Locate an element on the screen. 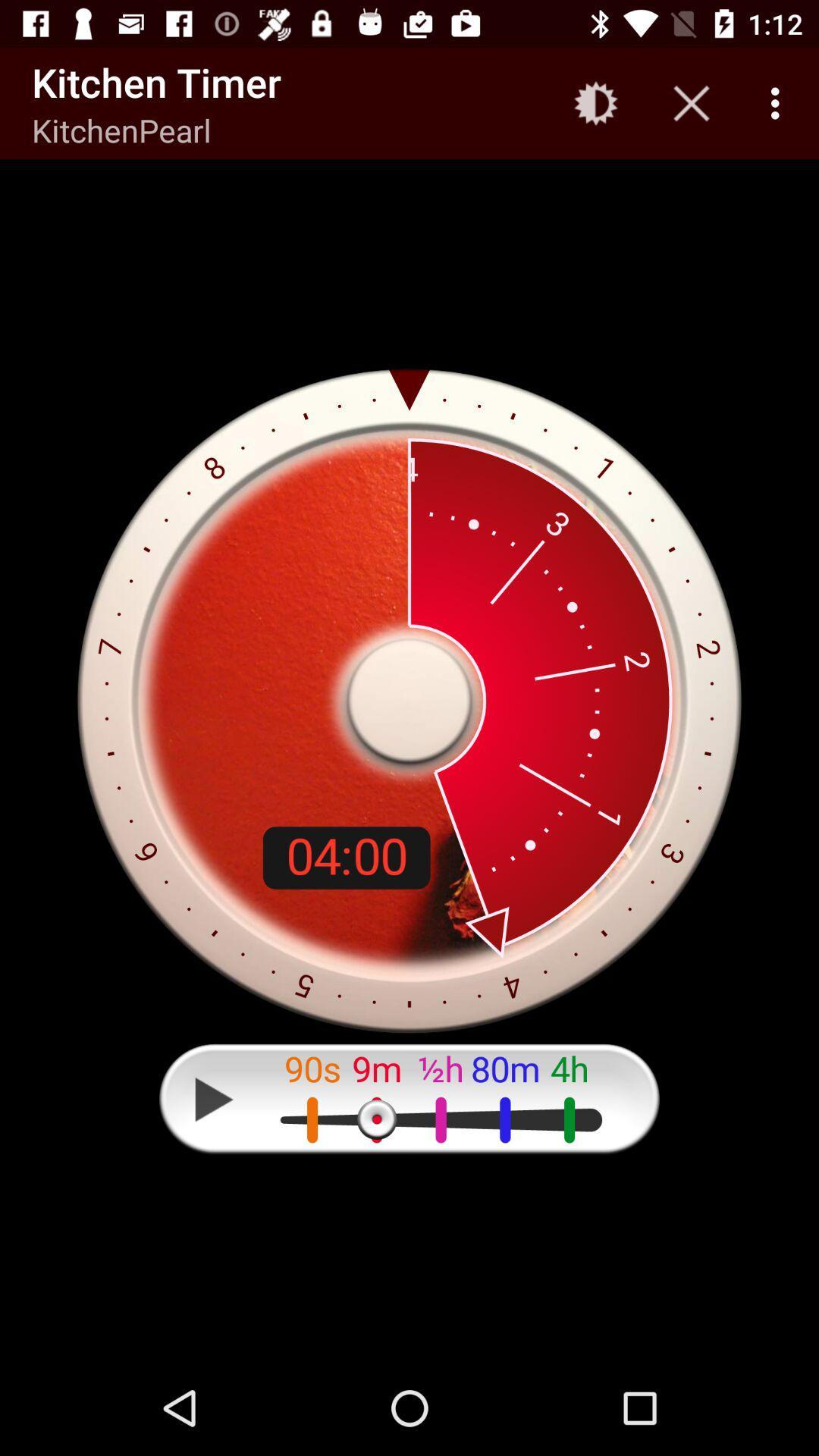  the play icon is located at coordinates (214, 1099).